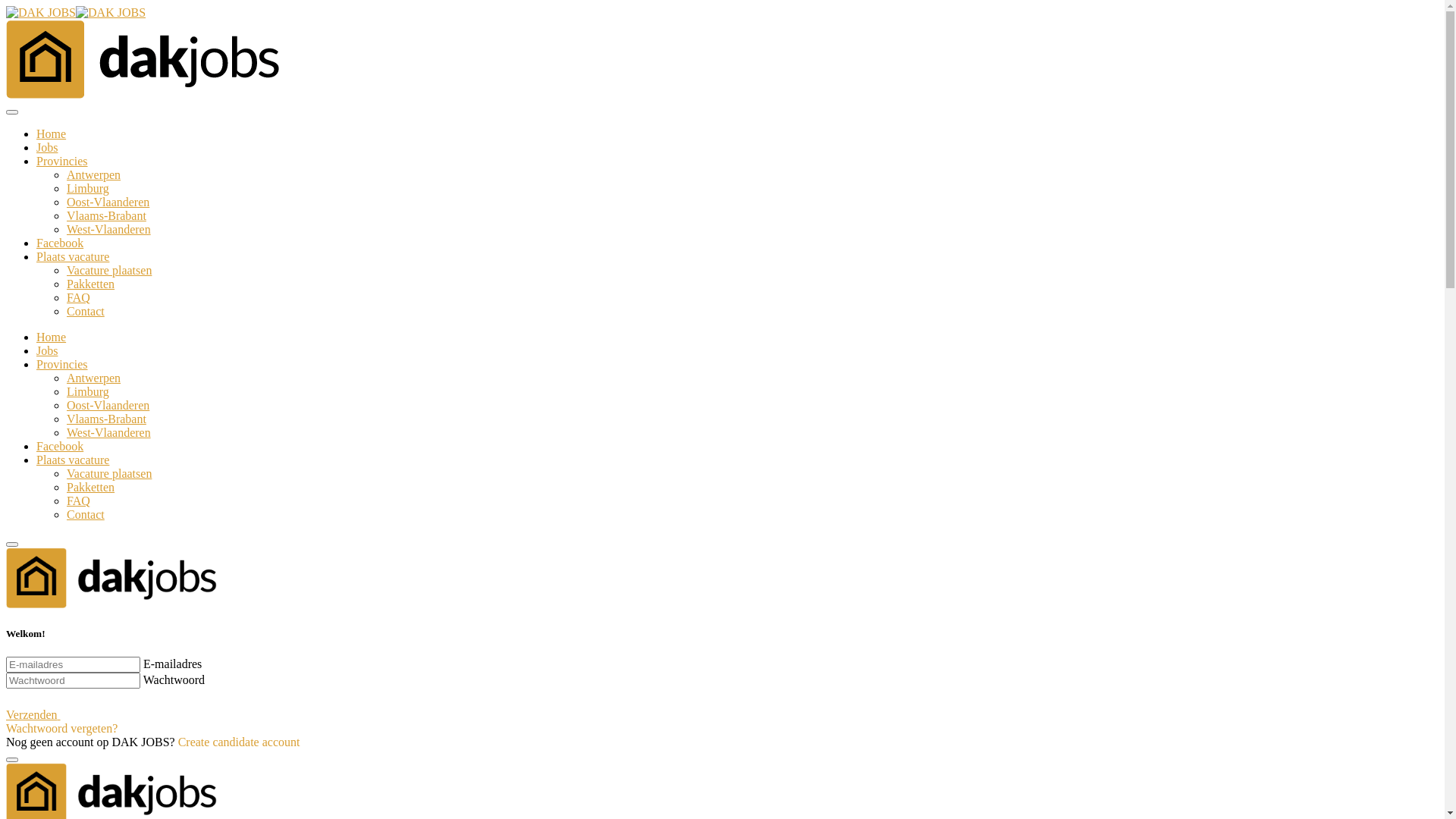  I want to click on 'Wachtwoord vergeten?', so click(61, 727).